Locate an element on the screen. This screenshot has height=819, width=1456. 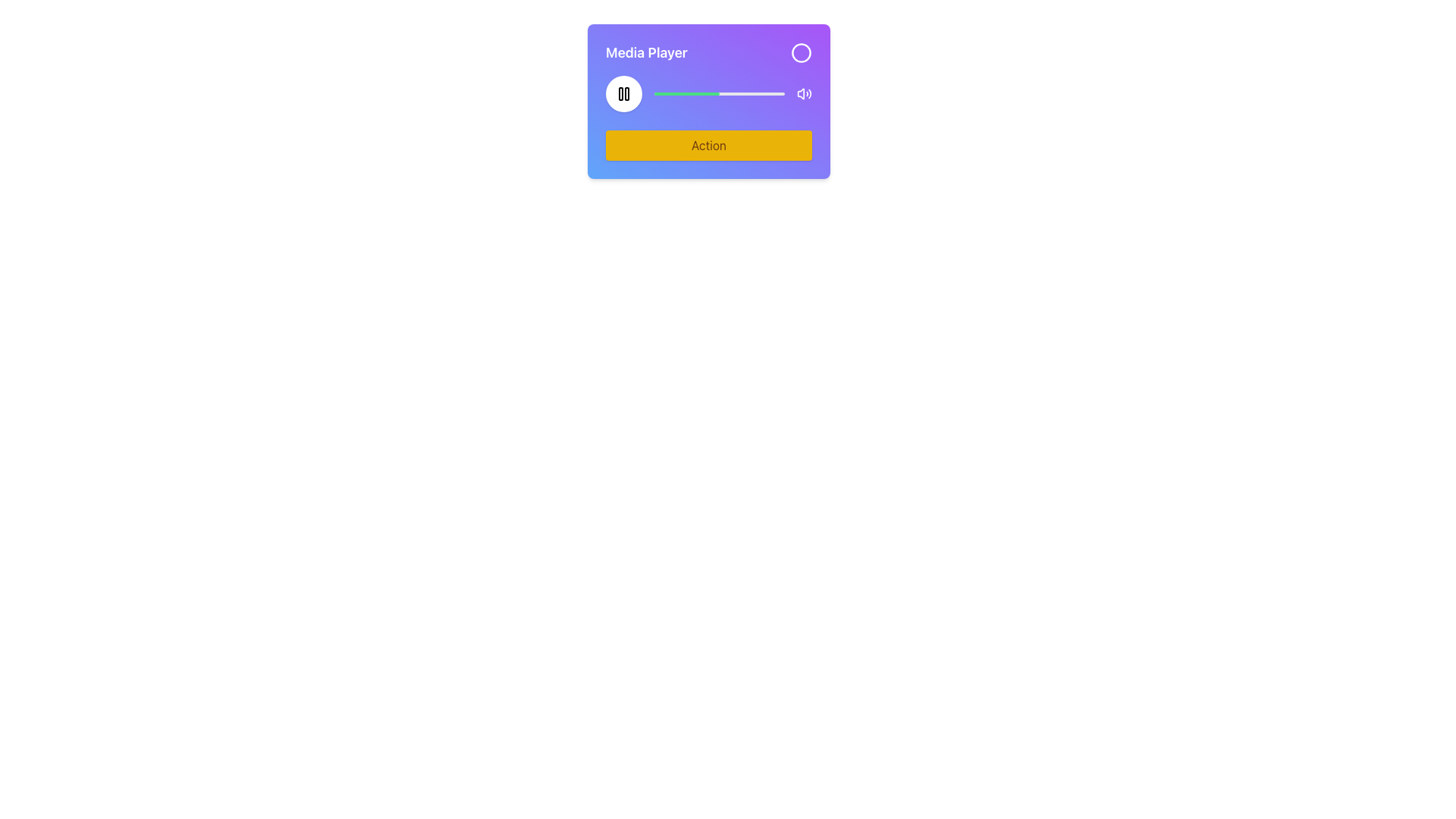
the icon located on the far right side of the media player header, adjacent to the text 'Media Player' is located at coordinates (800, 52).